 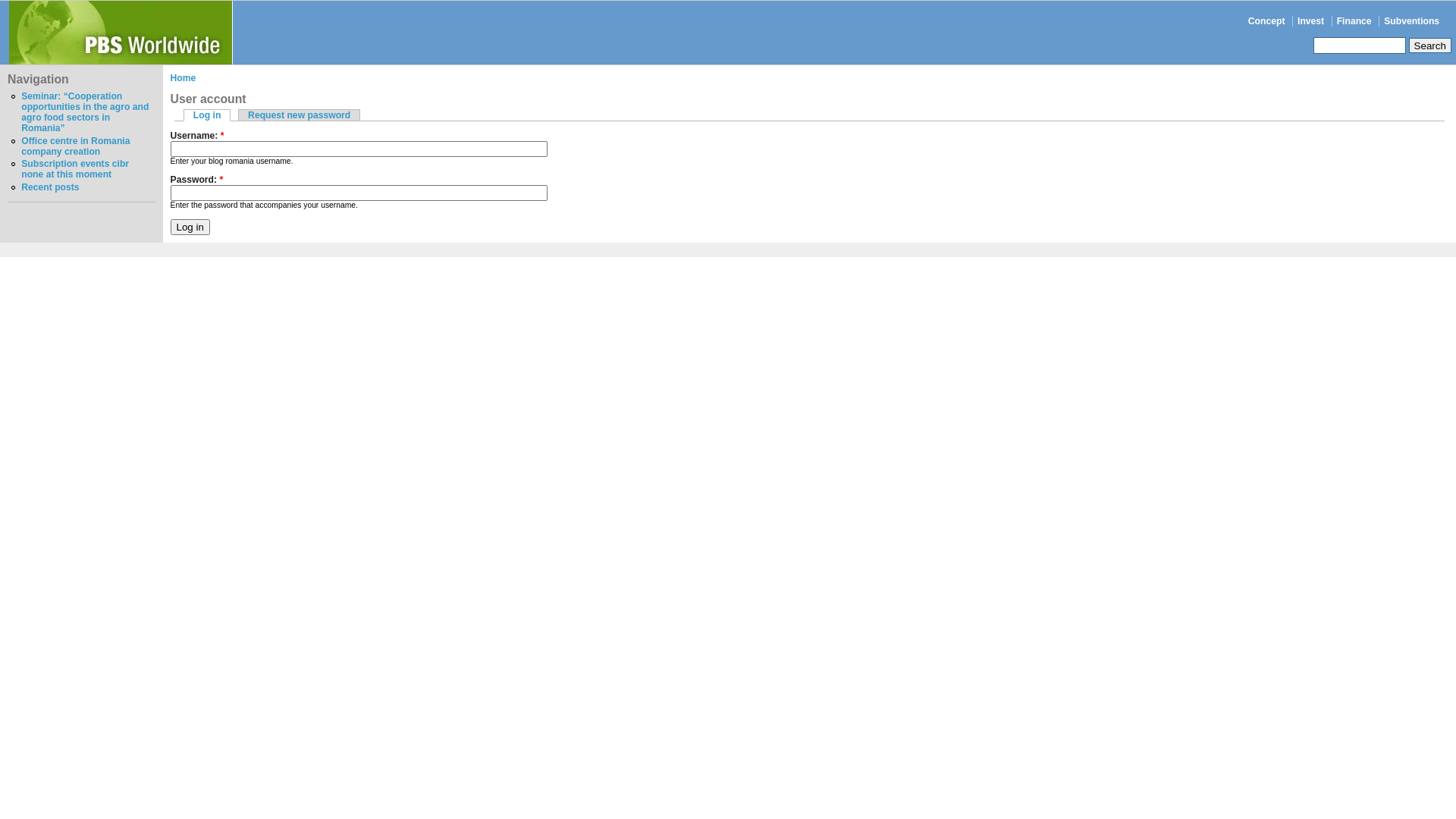 What do you see at coordinates (1310, 20) in the screenshot?
I see `'Invest'` at bounding box center [1310, 20].